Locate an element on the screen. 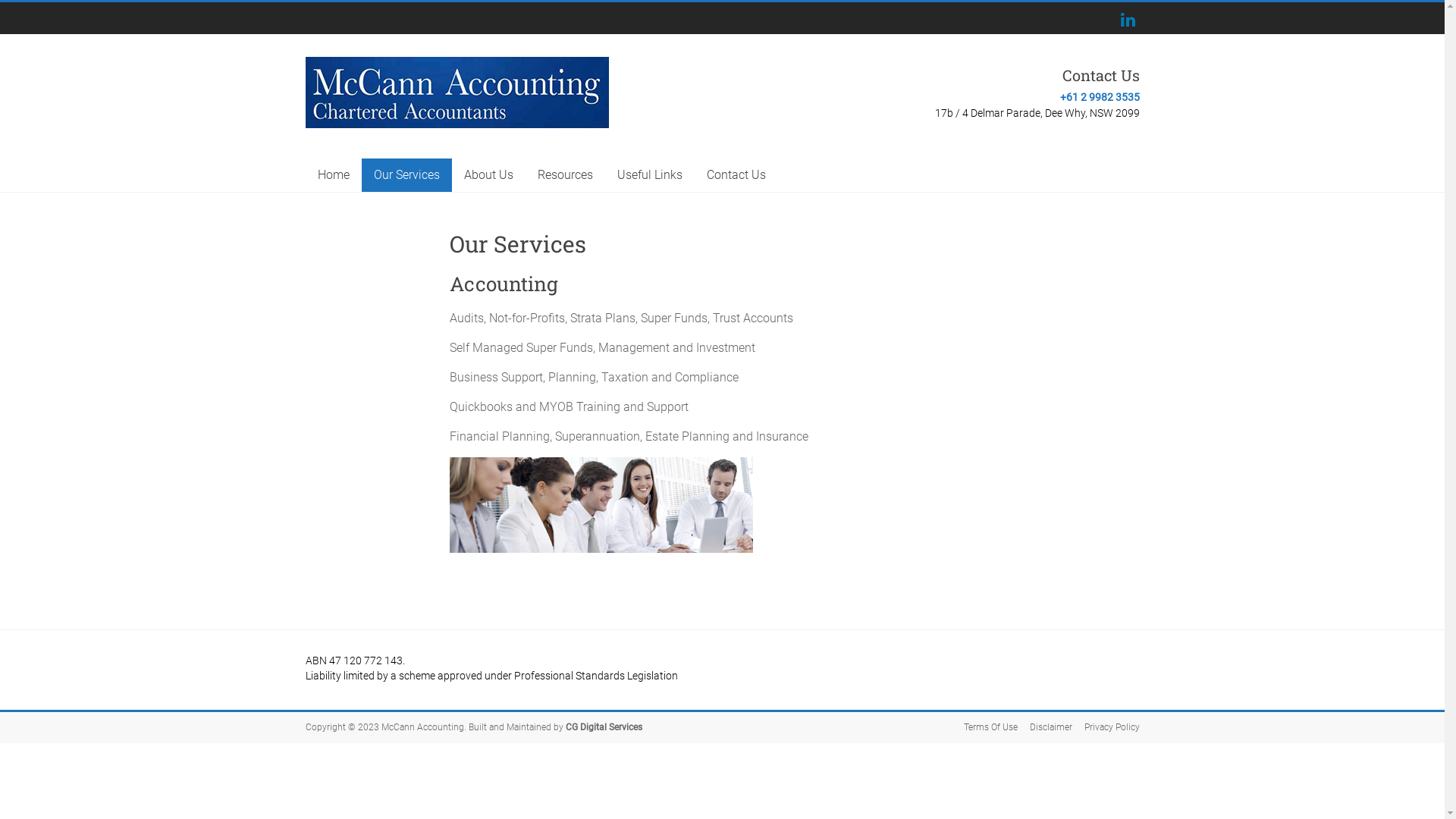  'Our Services' is located at coordinates (406, 174).